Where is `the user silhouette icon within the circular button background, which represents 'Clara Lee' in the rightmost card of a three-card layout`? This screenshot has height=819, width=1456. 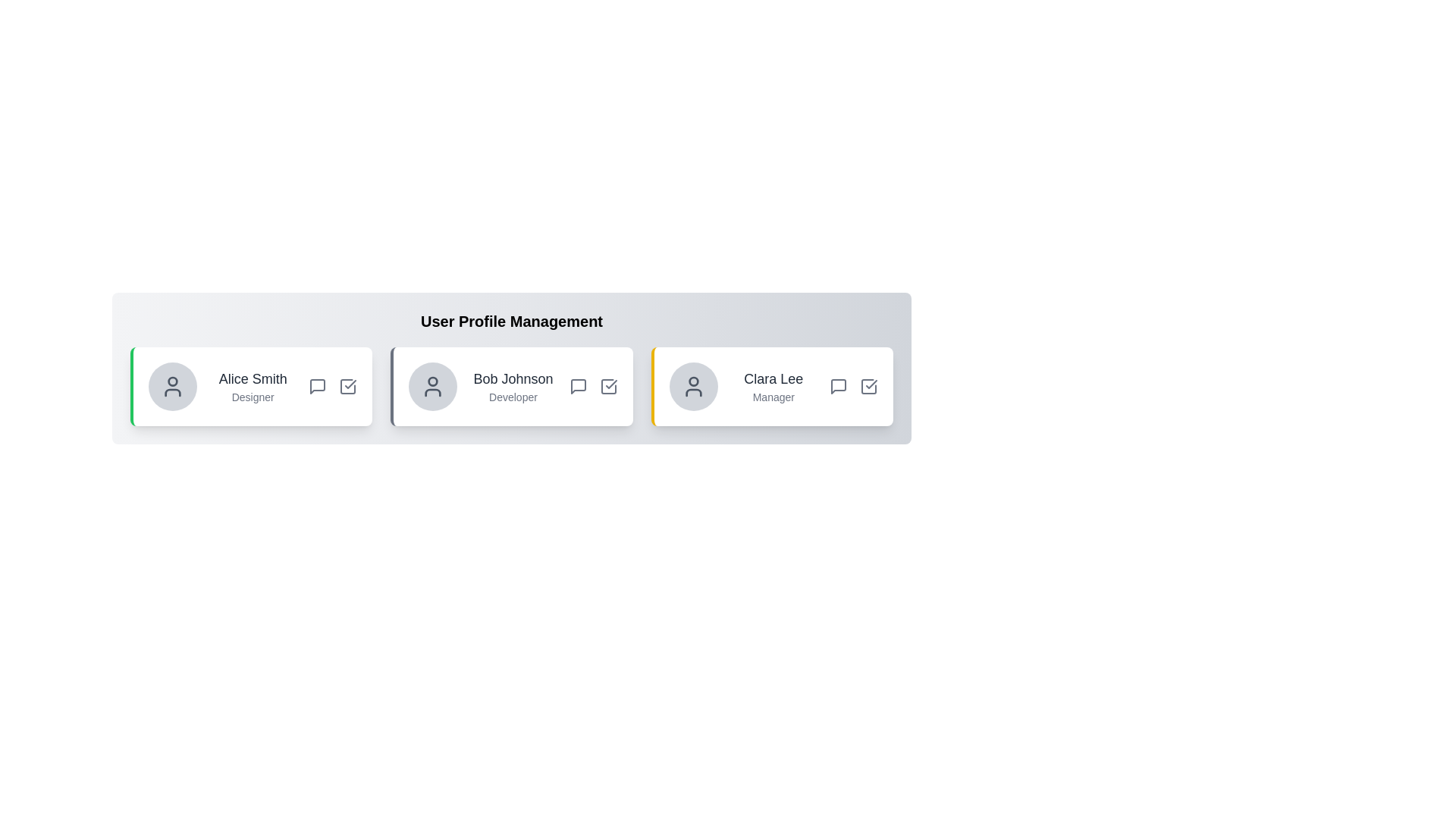 the user silhouette icon within the circular button background, which represents 'Clara Lee' in the rightmost card of a three-card layout is located at coordinates (692, 385).